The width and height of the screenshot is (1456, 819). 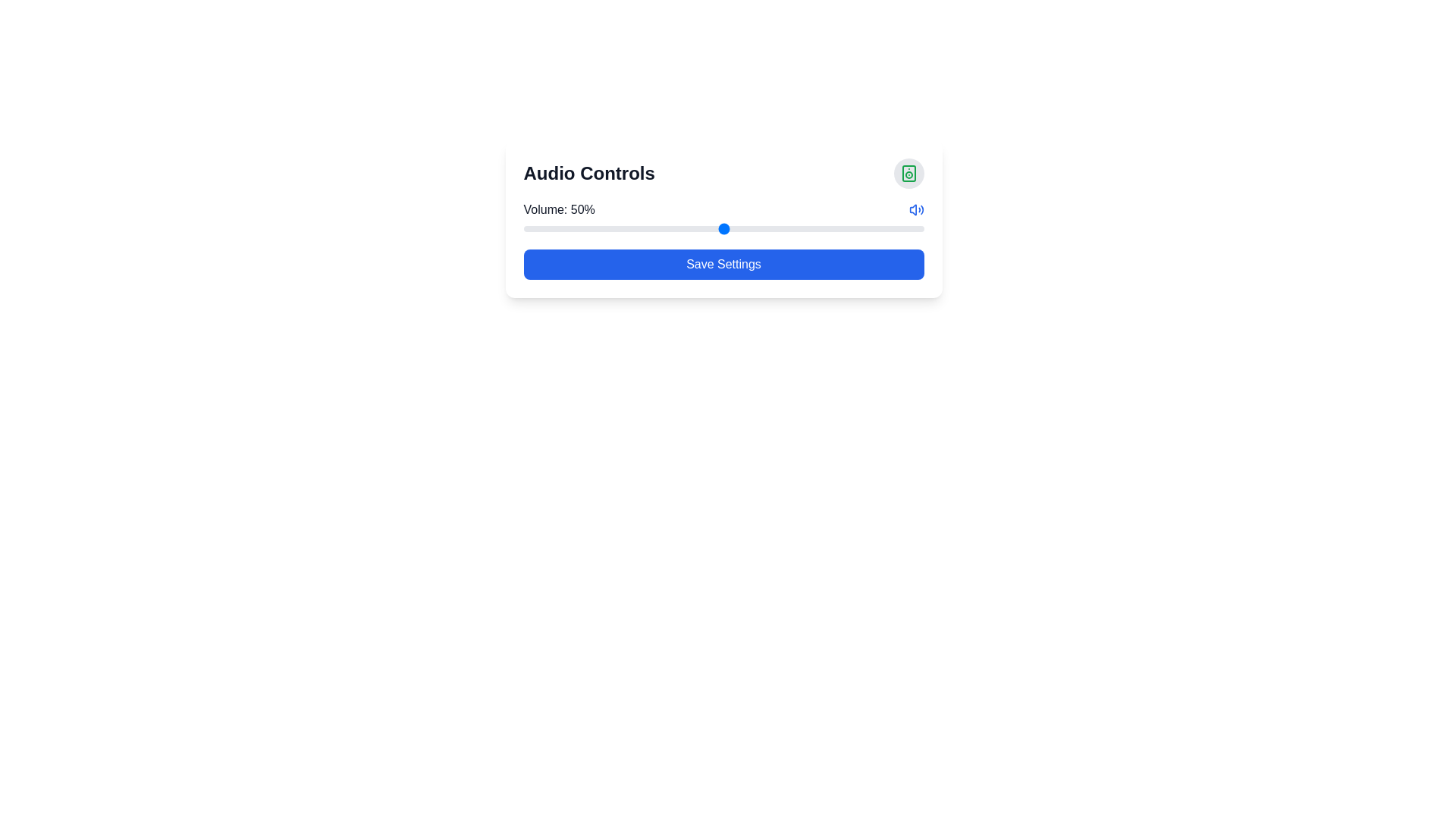 I want to click on the volume, so click(x=743, y=228).